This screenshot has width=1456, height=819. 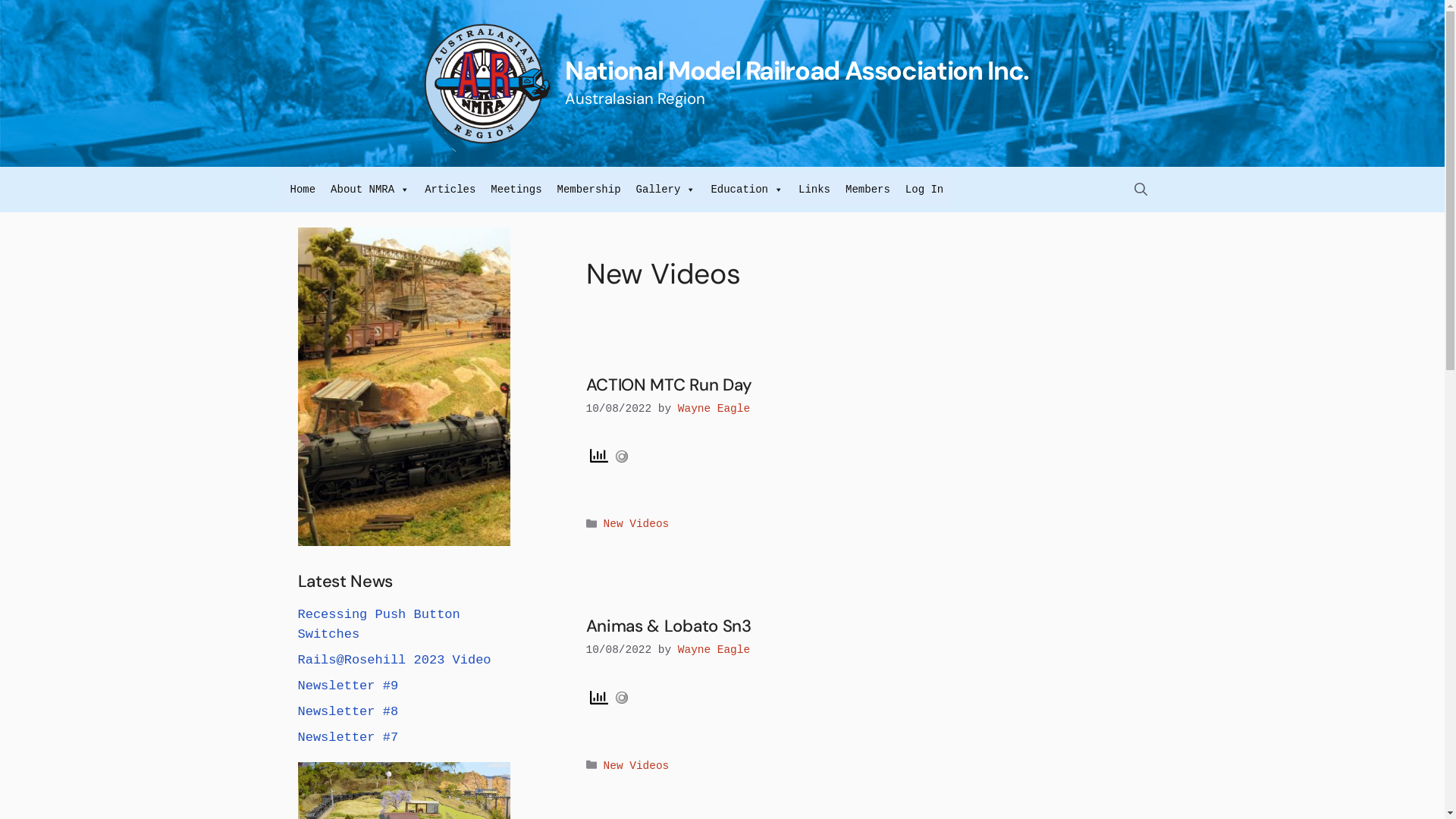 What do you see at coordinates (668, 384) in the screenshot?
I see `'ACTION MTC Run Day'` at bounding box center [668, 384].